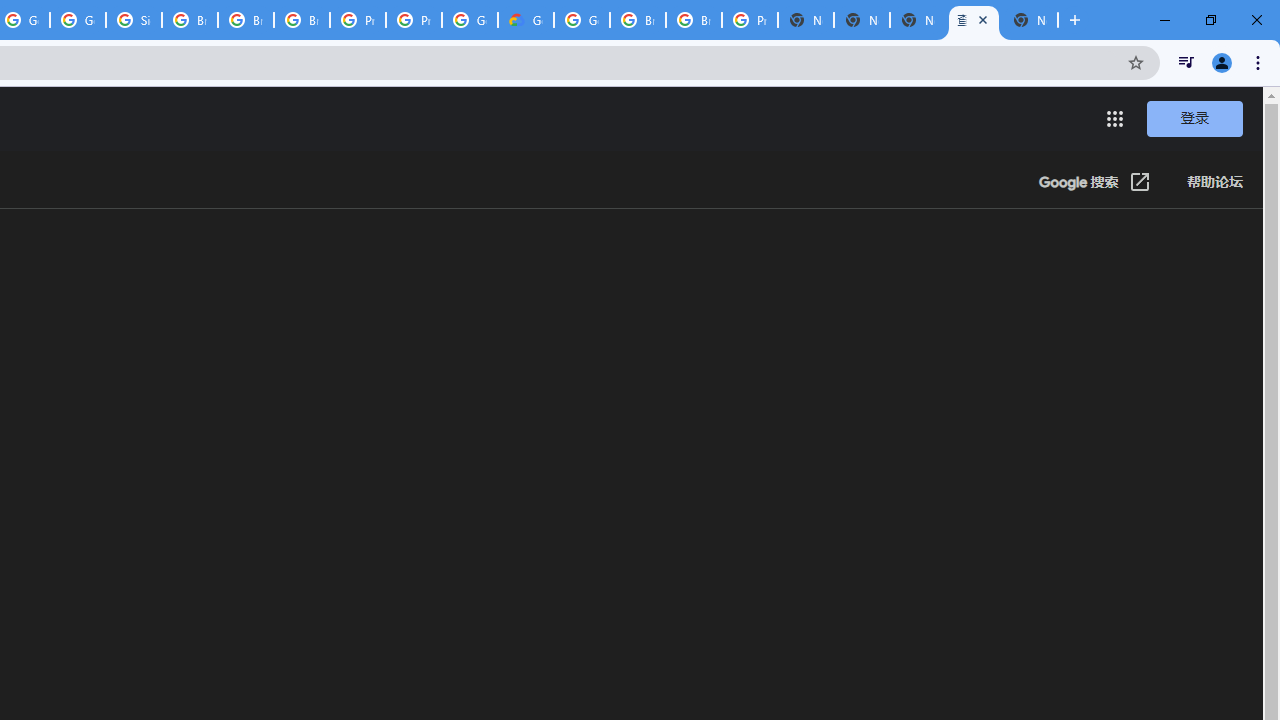 Image resolution: width=1280 pixels, height=720 pixels. What do you see at coordinates (1030, 20) in the screenshot?
I see `'New Tab'` at bounding box center [1030, 20].